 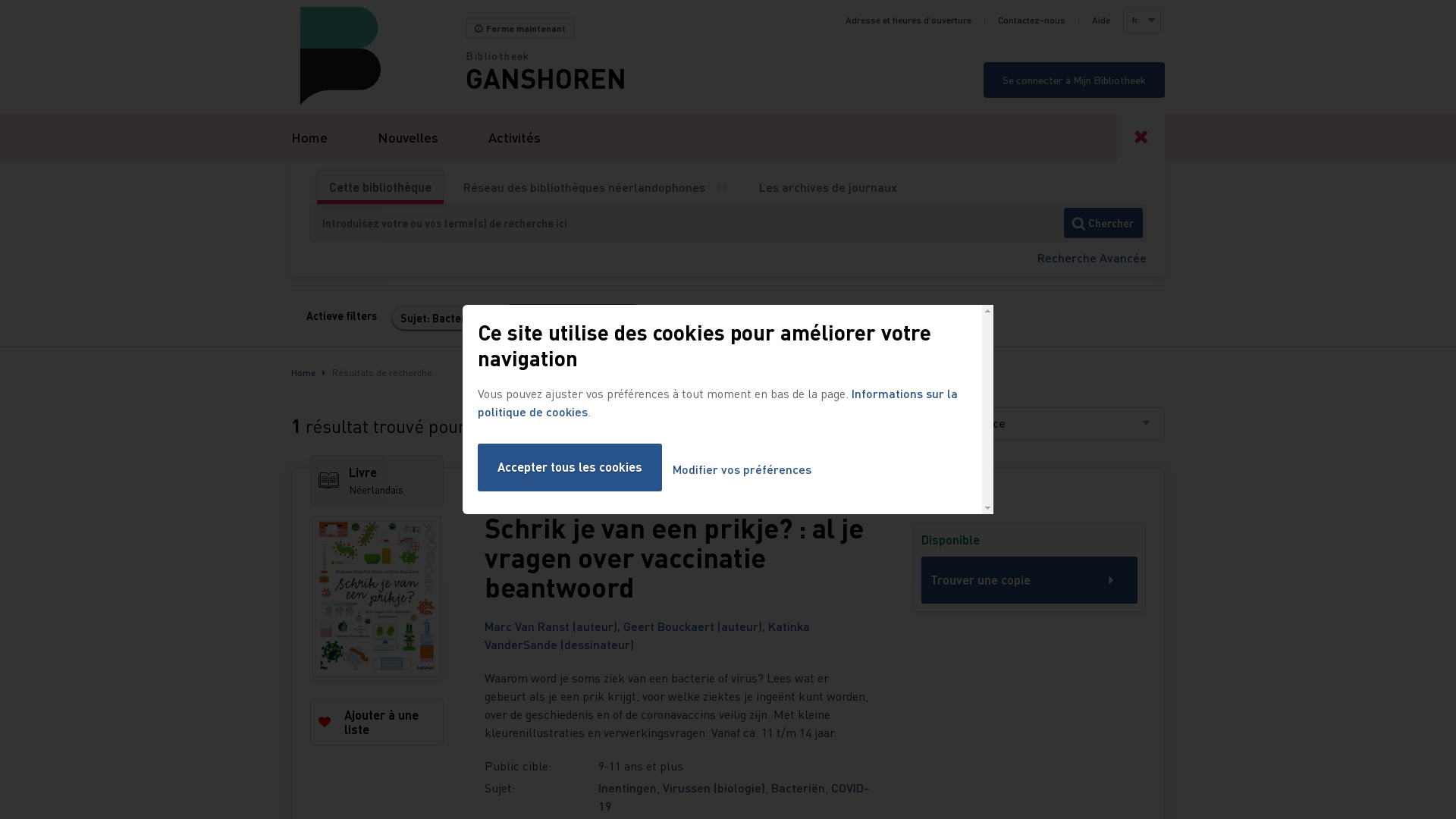 What do you see at coordinates (1141, 136) in the screenshot?
I see `'Toggle search'` at bounding box center [1141, 136].